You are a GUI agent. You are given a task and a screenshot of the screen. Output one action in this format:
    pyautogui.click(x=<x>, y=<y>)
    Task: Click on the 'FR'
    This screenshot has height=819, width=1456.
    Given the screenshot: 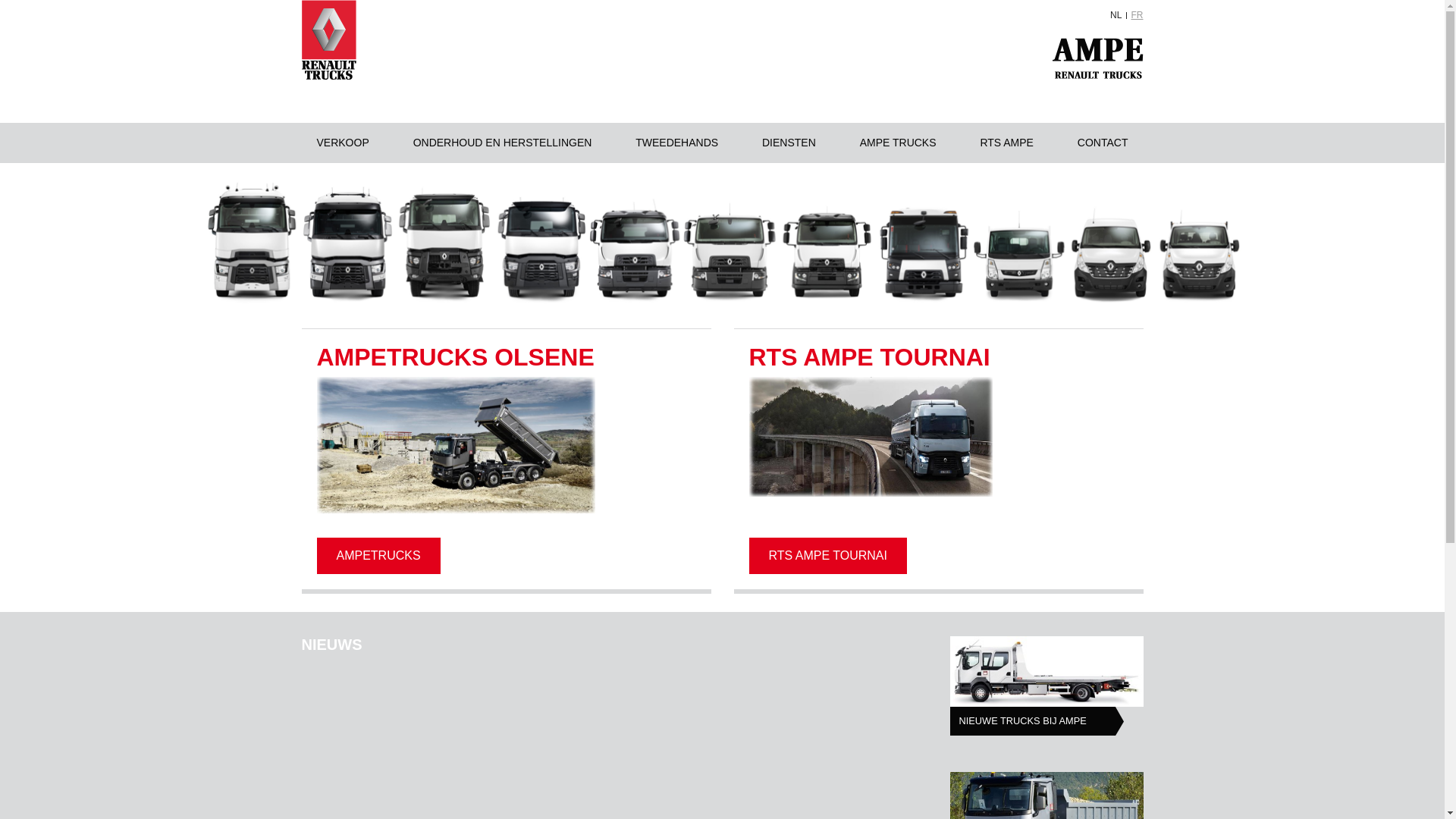 What is the action you would take?
    pyautogui.click(x=1137, y=14)
    